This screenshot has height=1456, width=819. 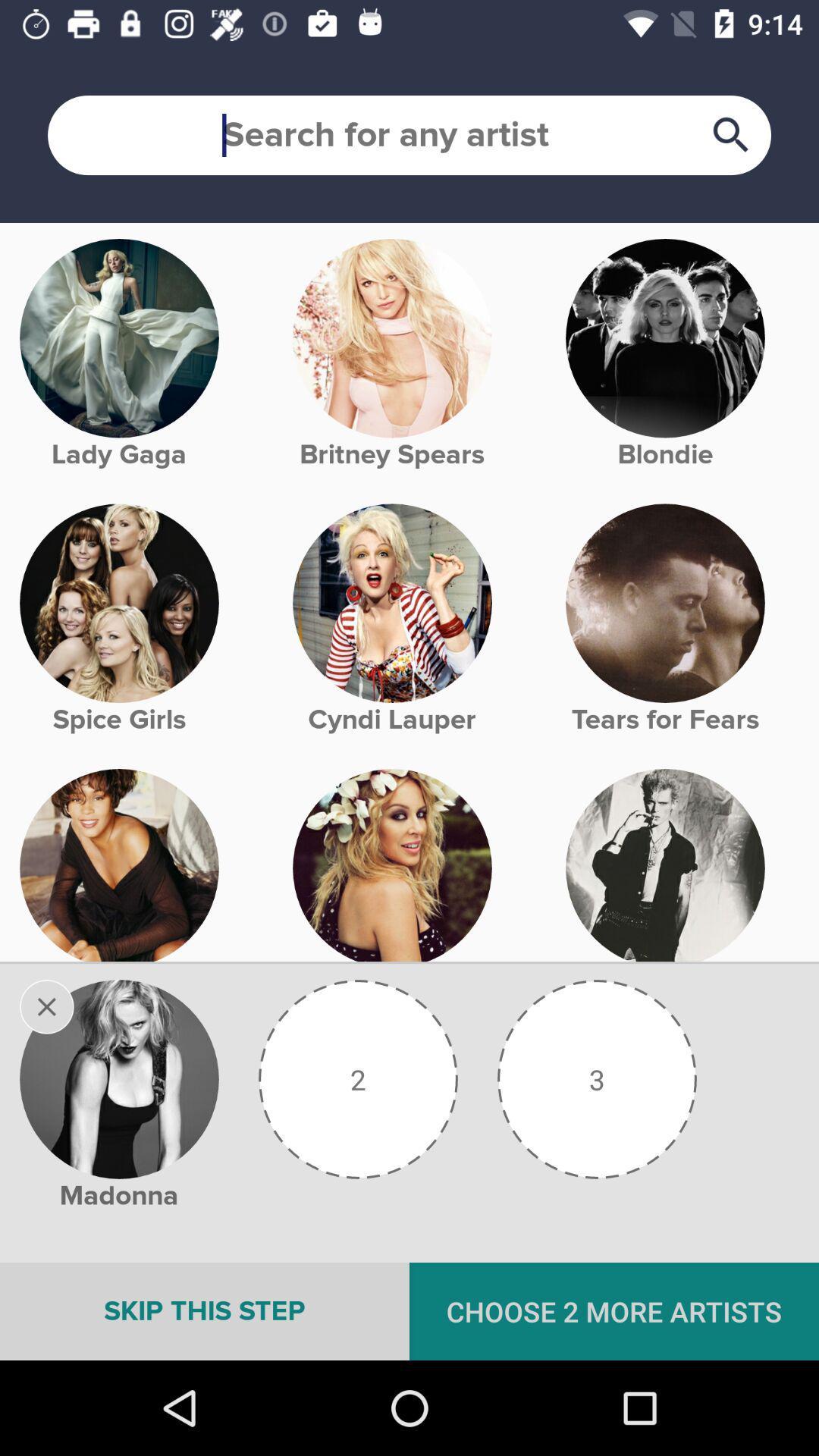 What do you see at coordinates (205, 1310) in the screenshot?
I see `icon below the madonna` at bounding box center [205, 1310].